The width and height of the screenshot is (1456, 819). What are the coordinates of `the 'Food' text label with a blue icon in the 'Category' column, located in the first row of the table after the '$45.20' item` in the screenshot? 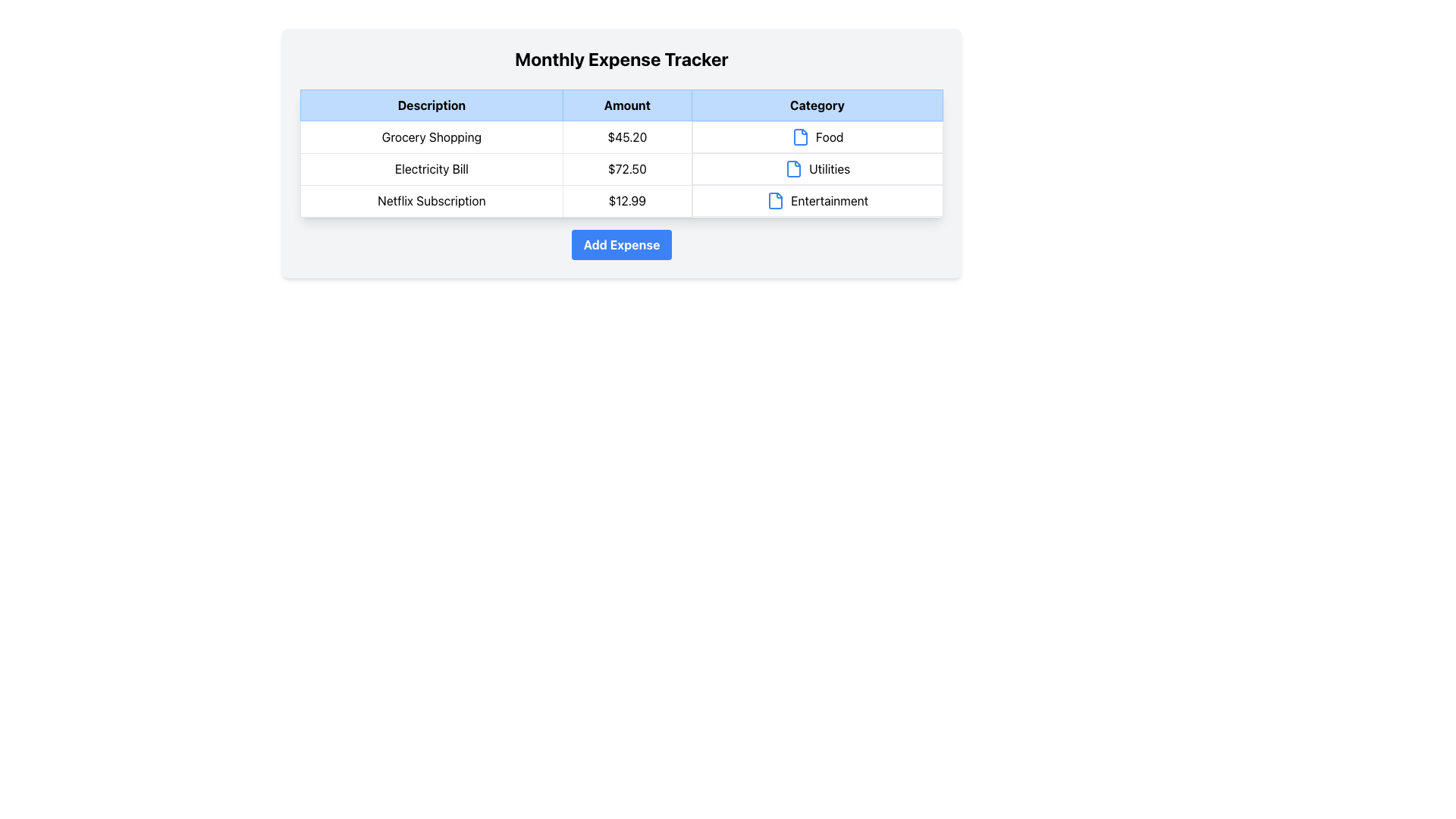 It's located at (817, 137).